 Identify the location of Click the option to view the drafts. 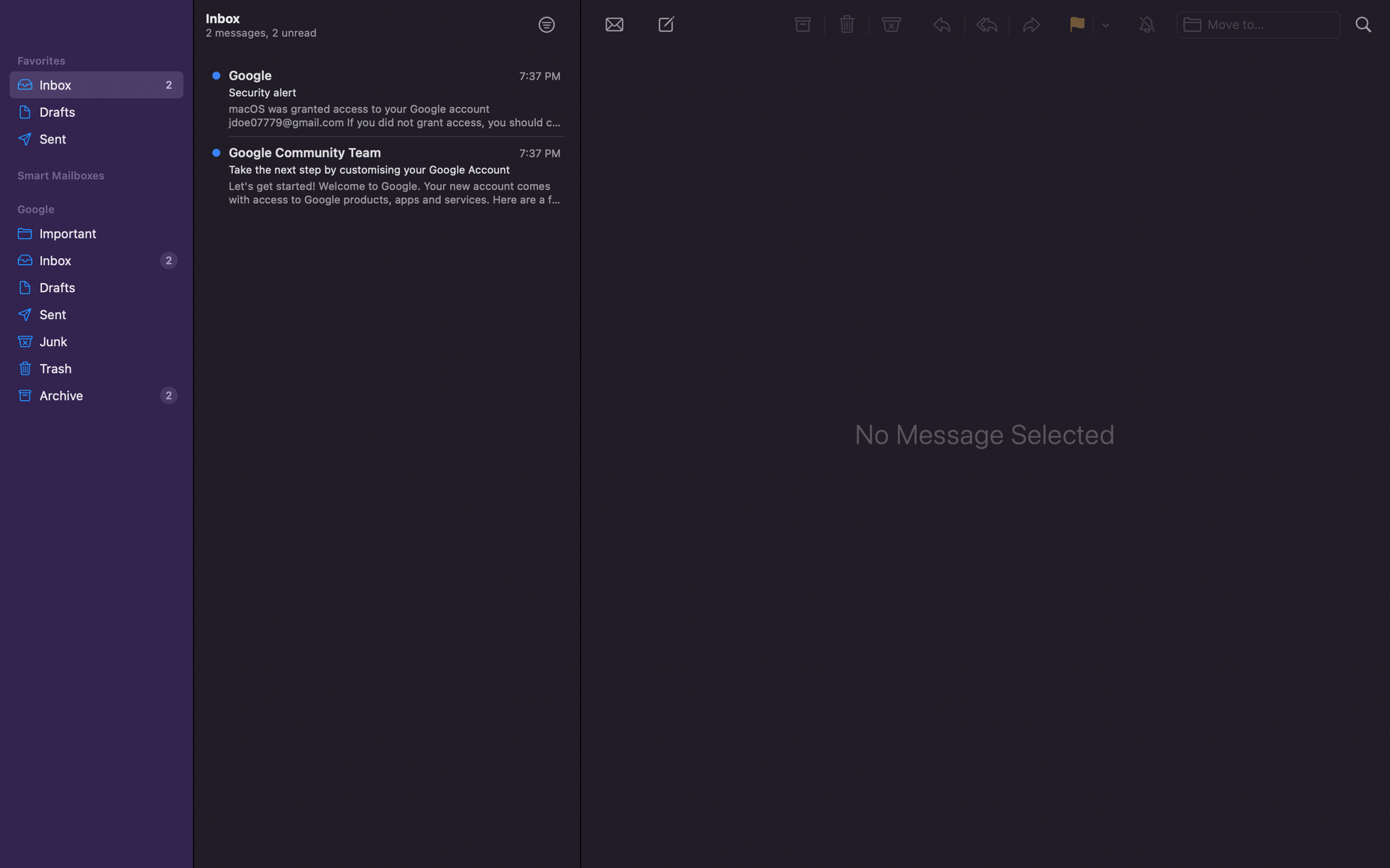
(94, 286).